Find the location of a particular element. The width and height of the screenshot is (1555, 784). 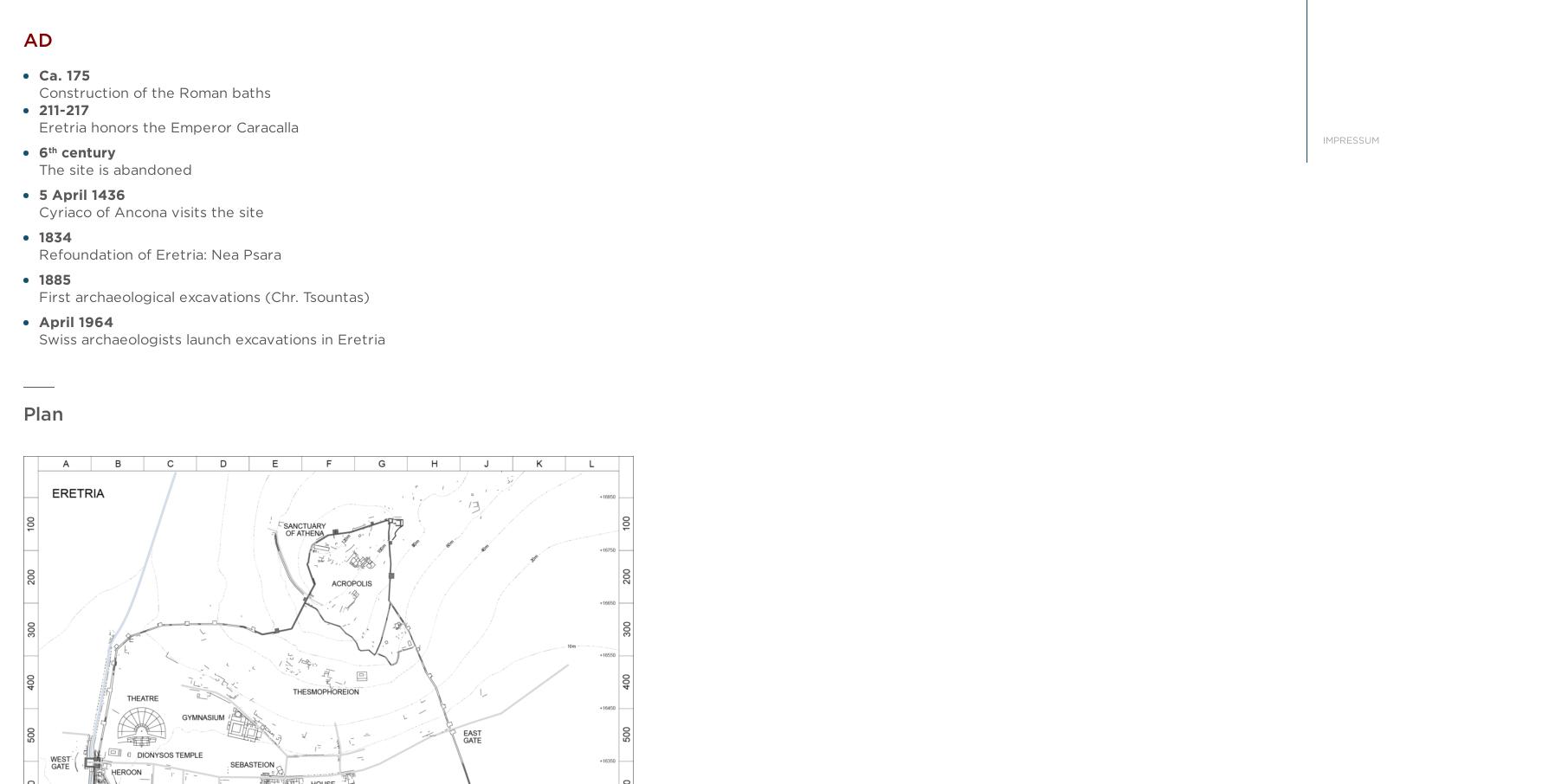

'Eretria honors the Emperor Caracalla' is located at coordinates (168, 127).